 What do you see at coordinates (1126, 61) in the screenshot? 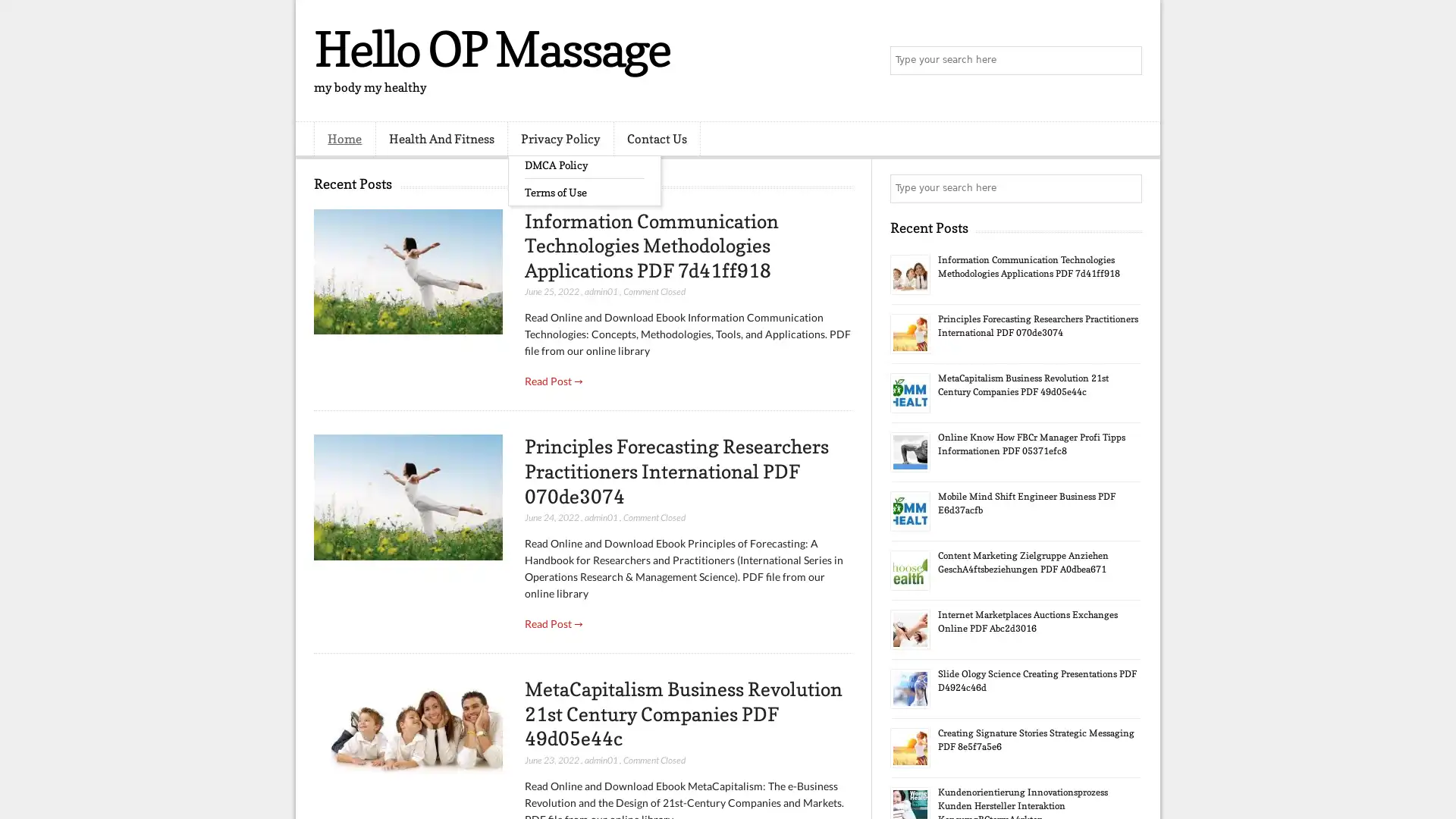
I see `Search` at bounding box center [1126, 61].